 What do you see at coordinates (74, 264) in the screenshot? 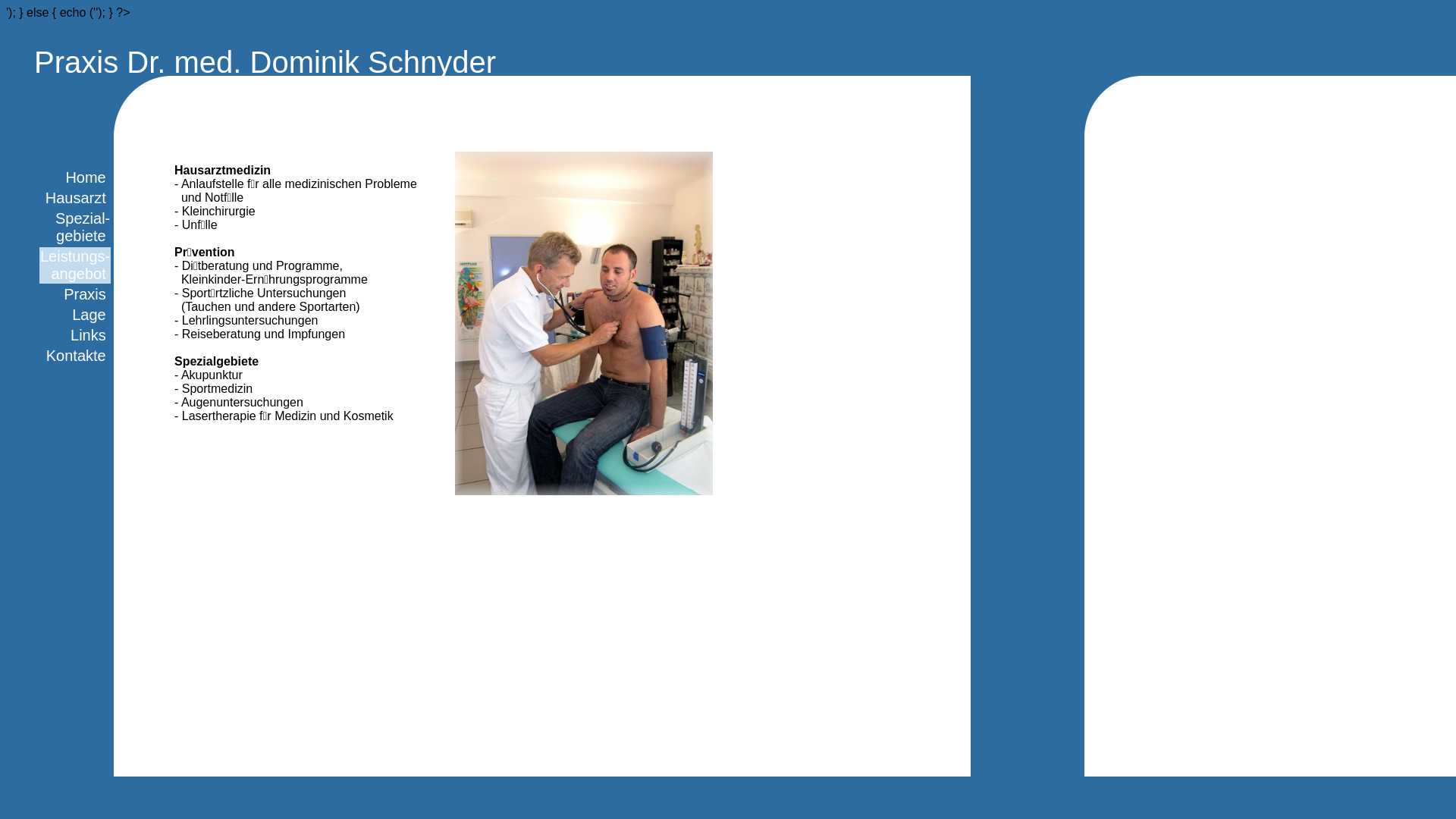
I see `'Leistungs-` at bounding box center [74, 264].